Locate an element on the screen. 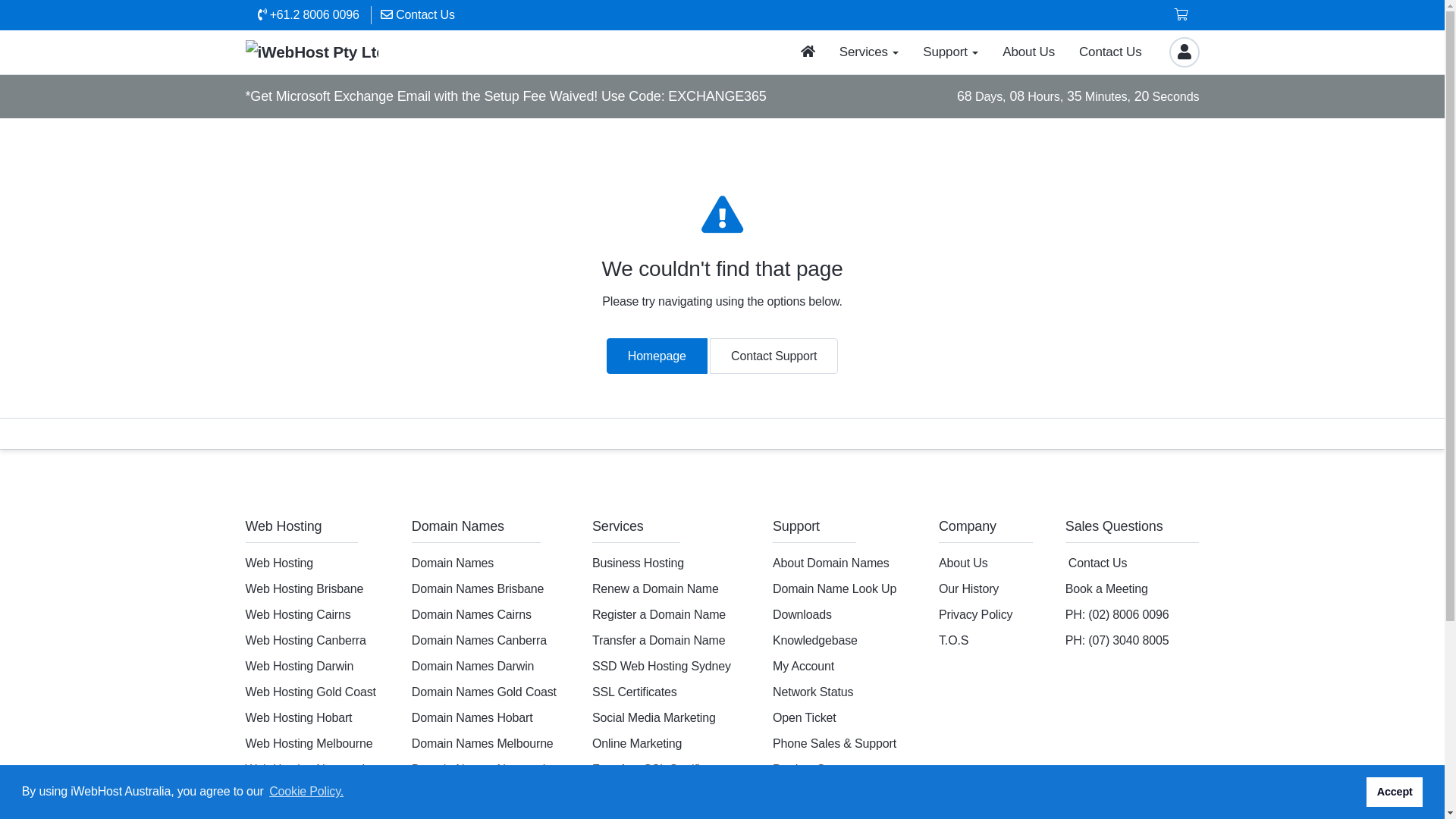 Image resolution: width=1456 pixels, height=819 pixels. '+61.2 8006 0096' is located at coordinates (308, 14).